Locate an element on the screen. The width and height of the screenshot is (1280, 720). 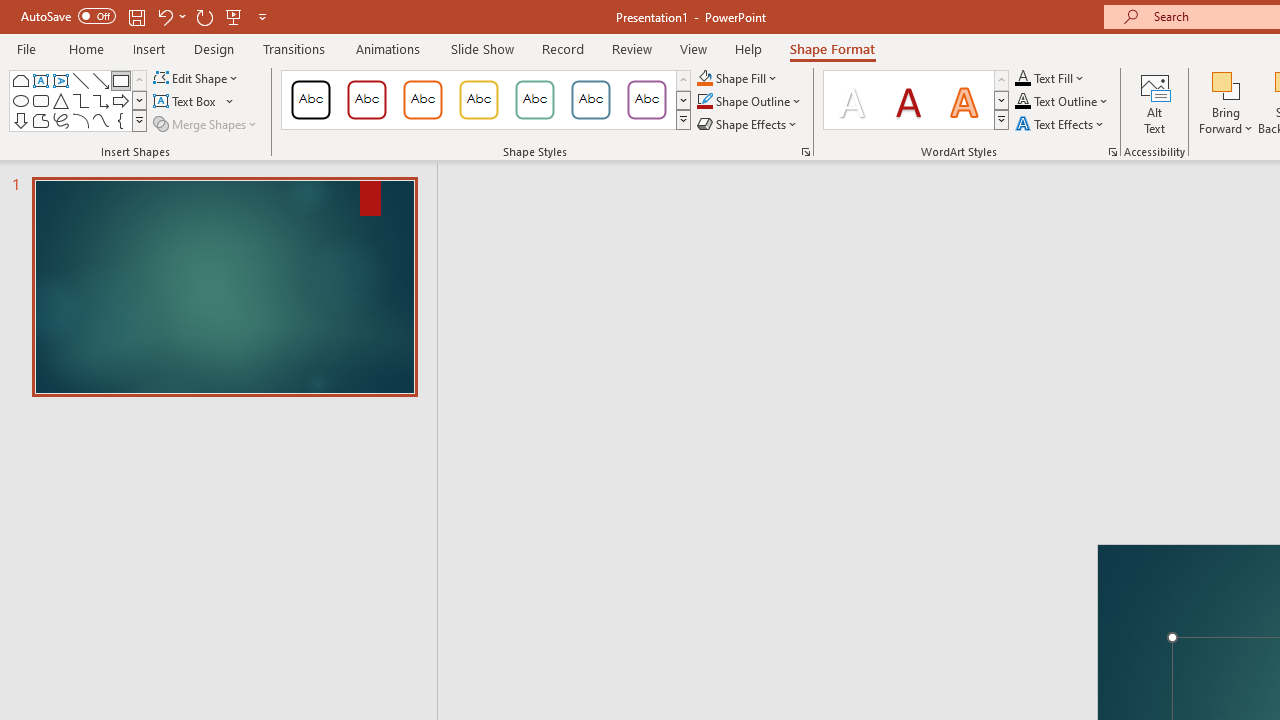
'Fill: White, Text color 1; Shadow' is located at coordinates (853, 100).